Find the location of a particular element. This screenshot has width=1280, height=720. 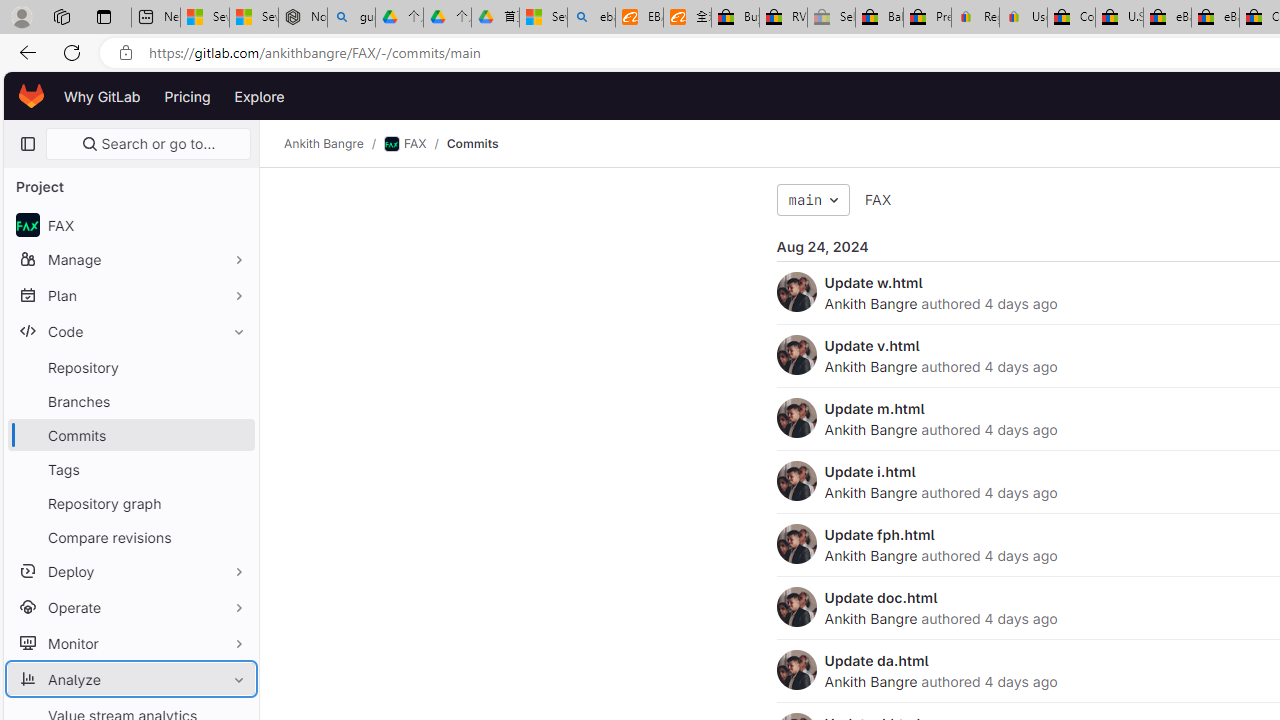

'Update doc.html' is located at coordinates (880, 596).